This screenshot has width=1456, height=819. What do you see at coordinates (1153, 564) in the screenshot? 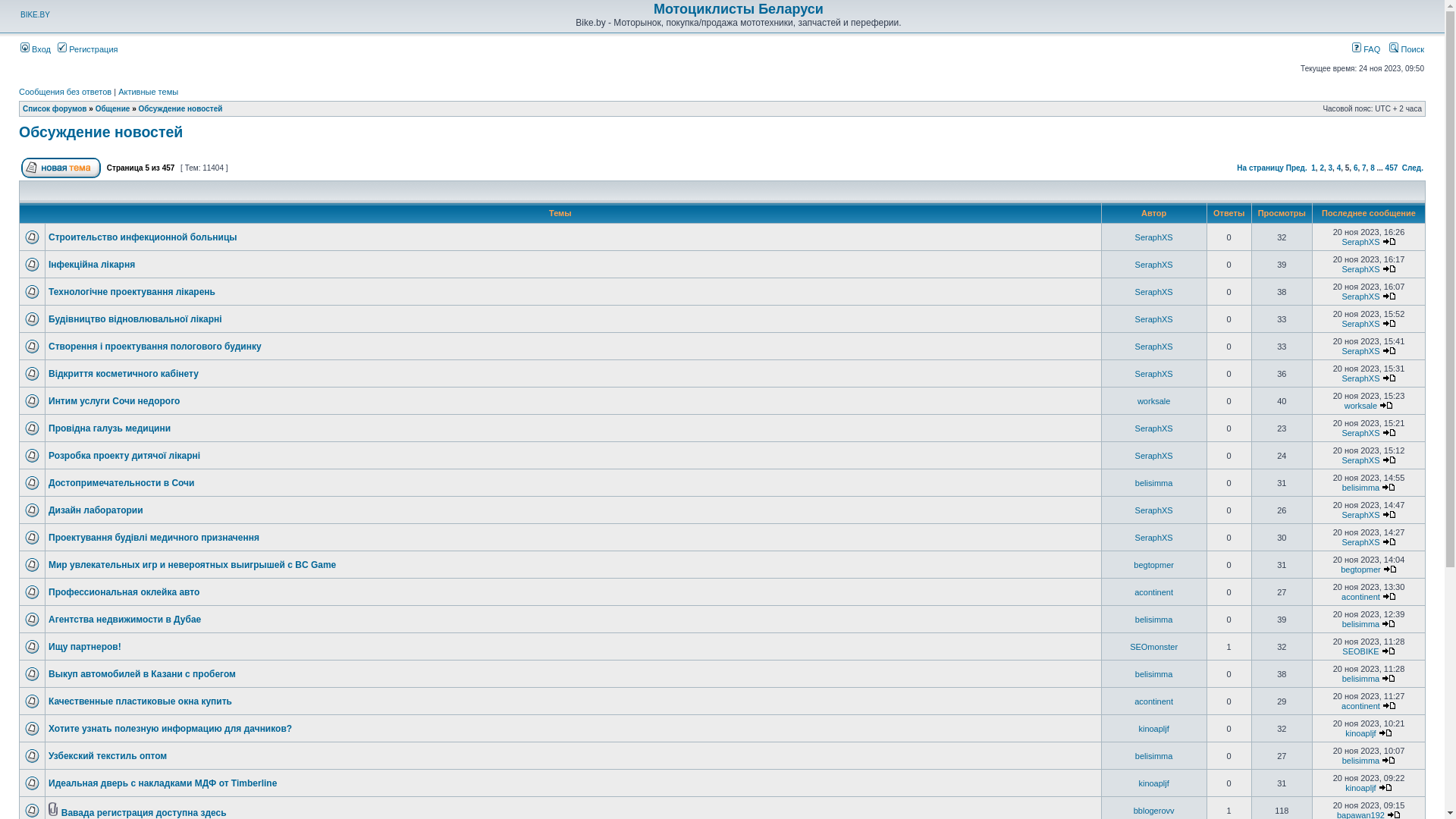
I see `'begtopmer'` at bounding box center [1153, 564].